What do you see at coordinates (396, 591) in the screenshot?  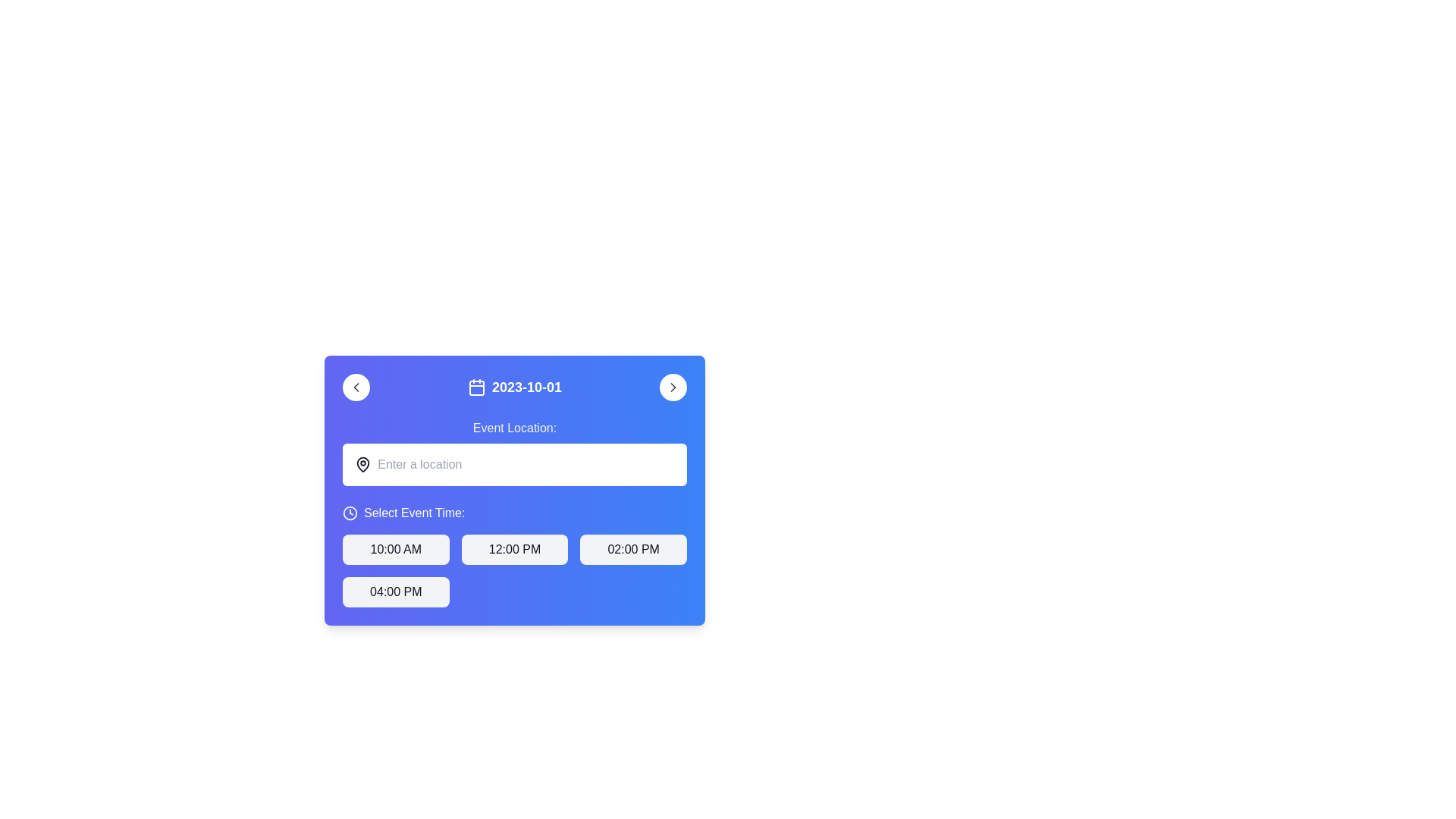 I see `the button labeled '04:00 PM' located in the bottom-left corner of a group of four buttons arranged in a grid layout` at bounding box center [396, 591].